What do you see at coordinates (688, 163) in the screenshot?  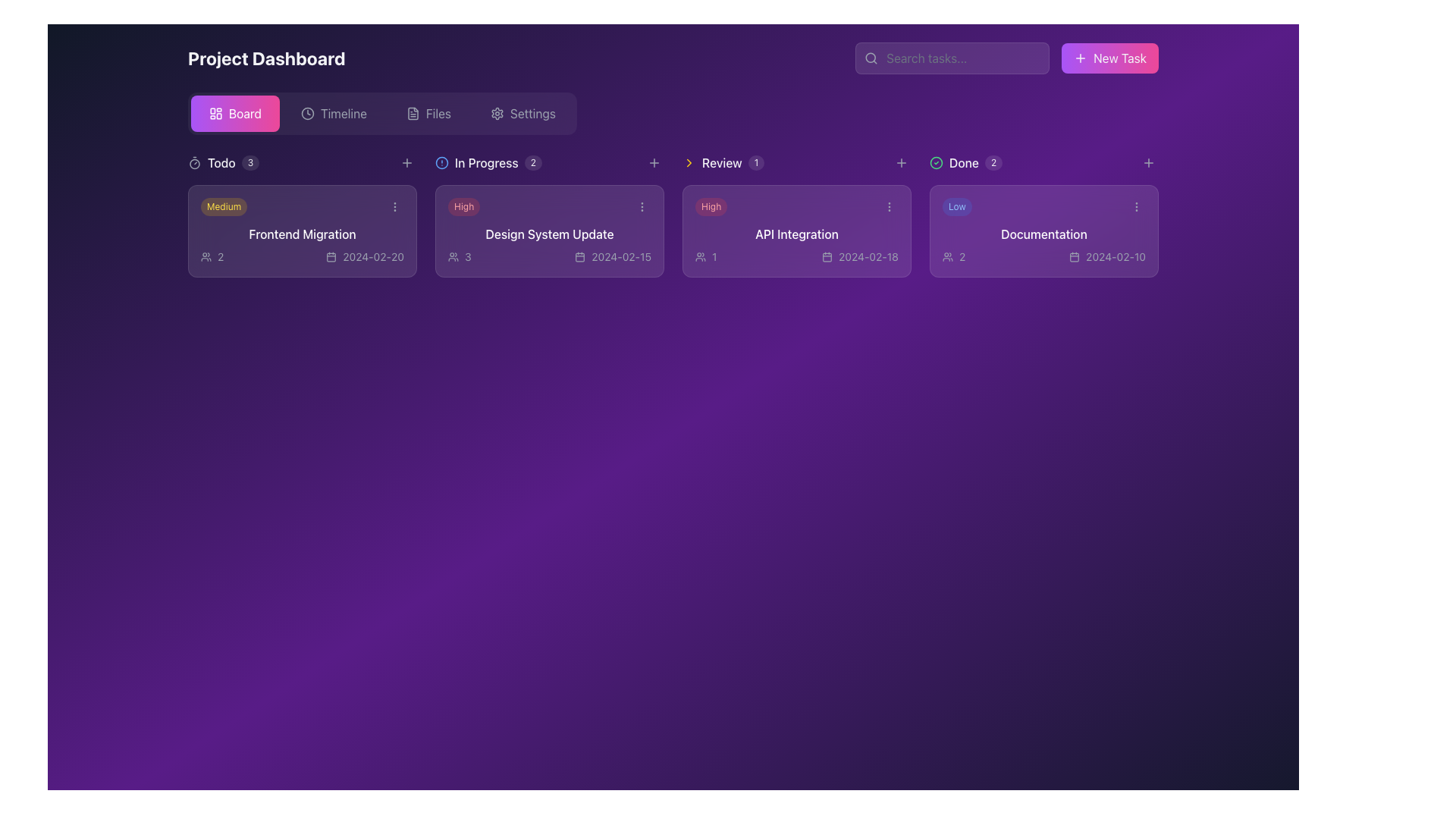 I see `the yellow rightward-pointing chevron icon` at bounding box center [688, 163].